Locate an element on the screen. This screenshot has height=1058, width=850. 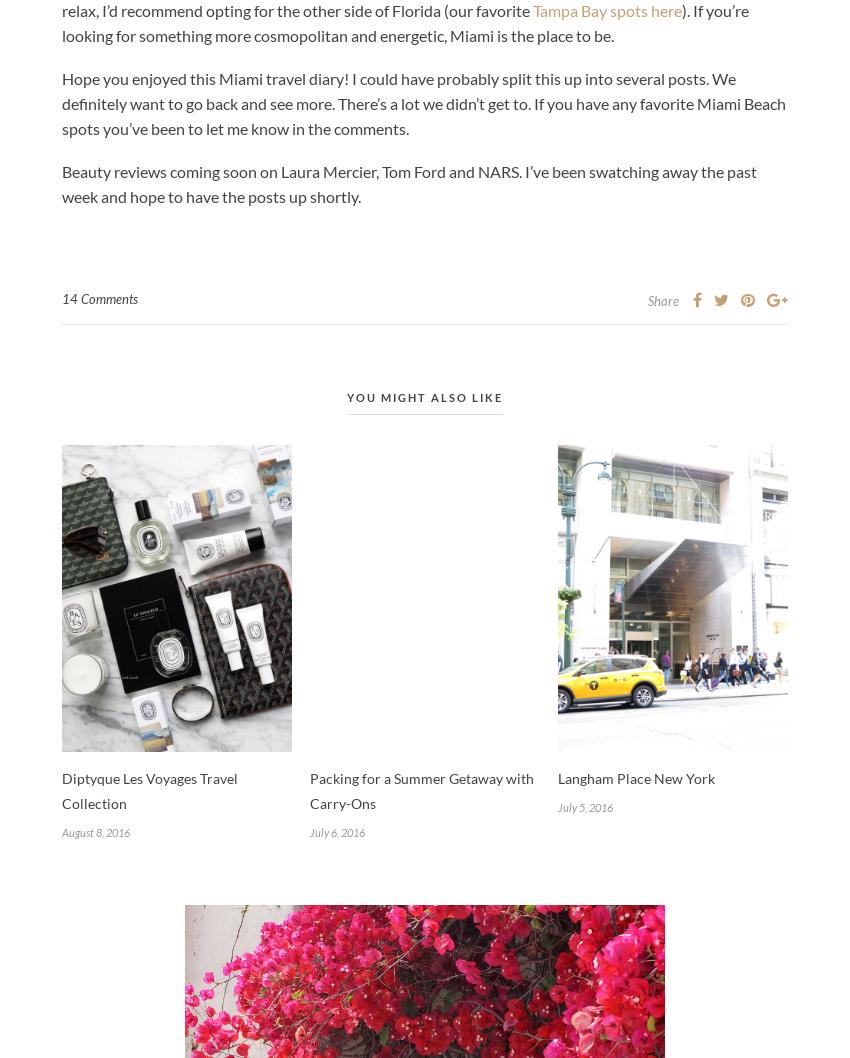
'Hope you enjoyed this Miami travel diary! I could have probably split this up into several posts. We definitely want to go back and see more. There’s a lot we didn’t get to. If you have any favorite Miami Beach spots you’ve been to let me know in the comments.' is located at coordinates (423, 102).